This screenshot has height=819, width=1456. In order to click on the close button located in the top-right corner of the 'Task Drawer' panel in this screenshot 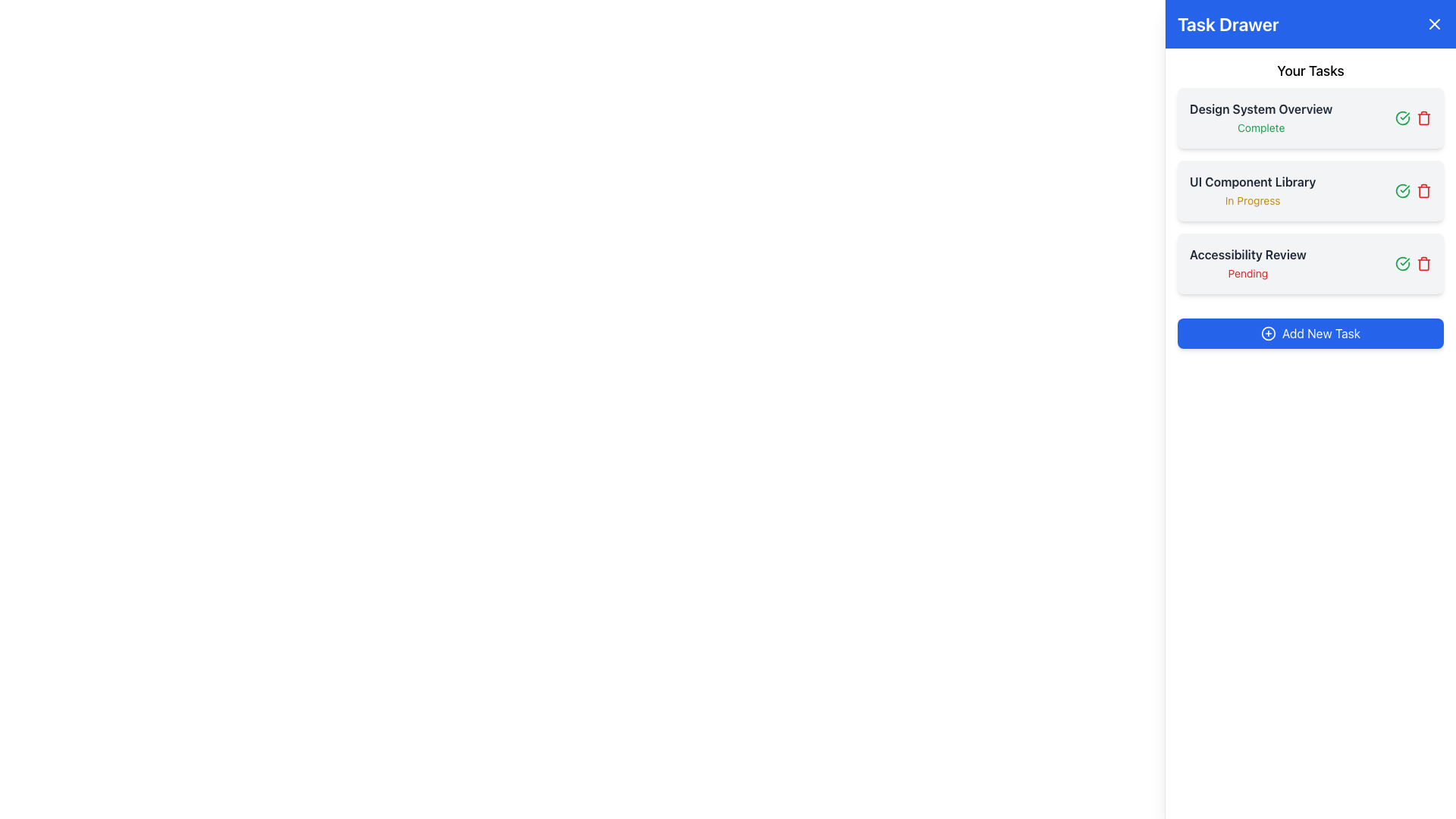, I will do `click(1425, 30)`.